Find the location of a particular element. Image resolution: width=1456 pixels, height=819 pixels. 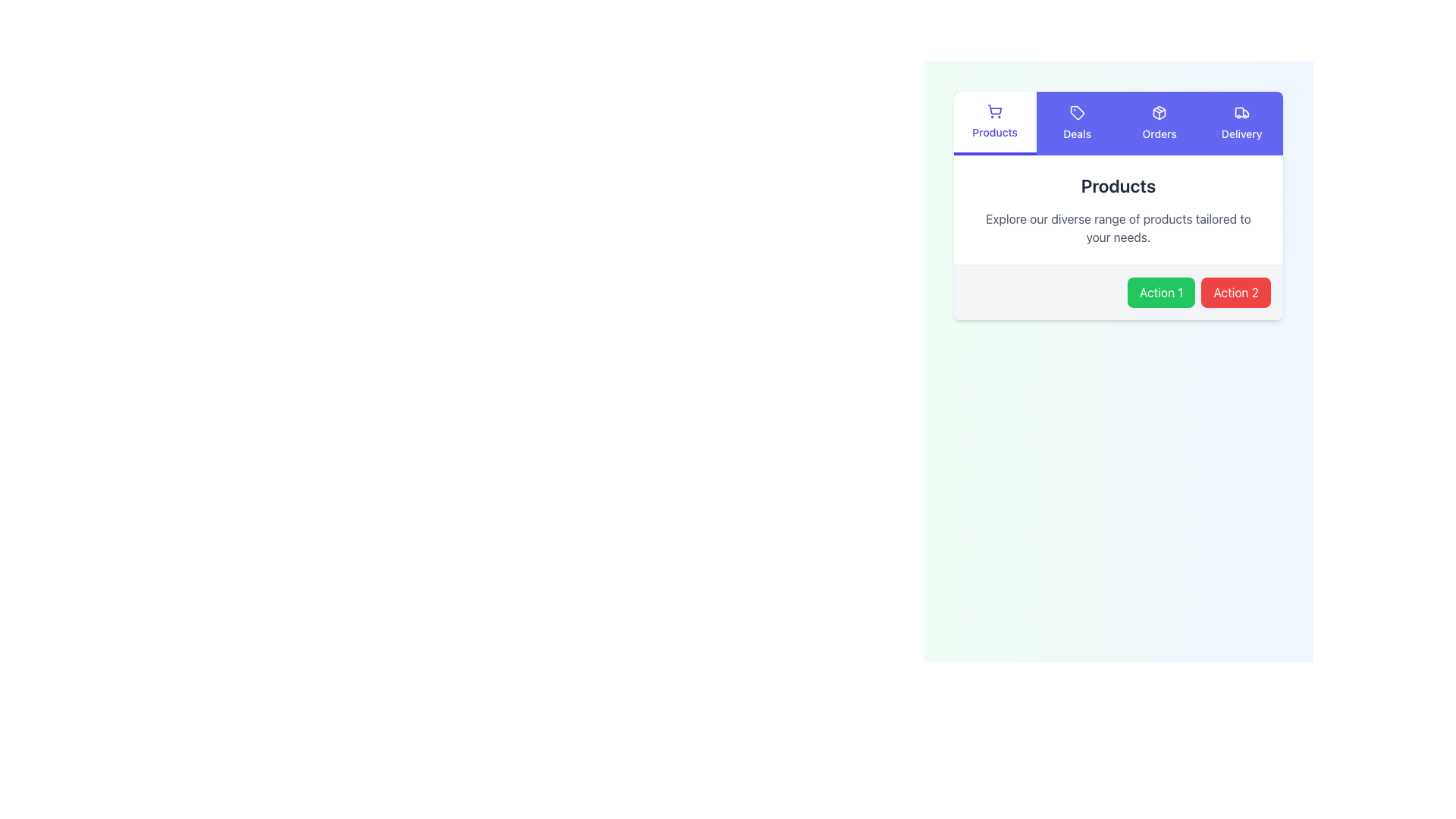

the central textual content component displaying the heading 'Products' and the paragraph 'Explore our diverse range of products tailored to your needs.' located below the navigation bar and above the buttons 'Action 1' and 'Action 2.' is located at coordinates (1118, 210).